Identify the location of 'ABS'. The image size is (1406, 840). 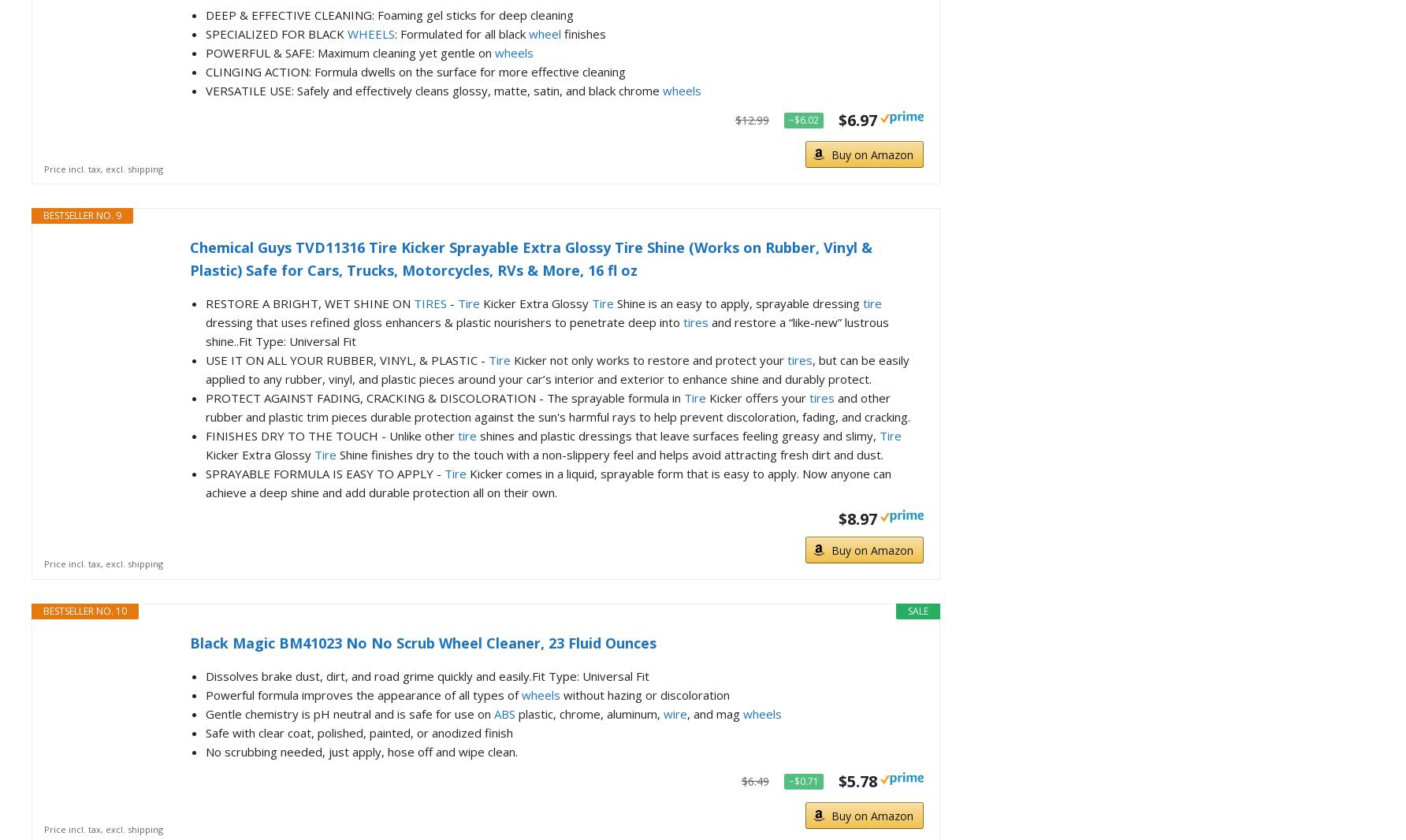
(504, 713).